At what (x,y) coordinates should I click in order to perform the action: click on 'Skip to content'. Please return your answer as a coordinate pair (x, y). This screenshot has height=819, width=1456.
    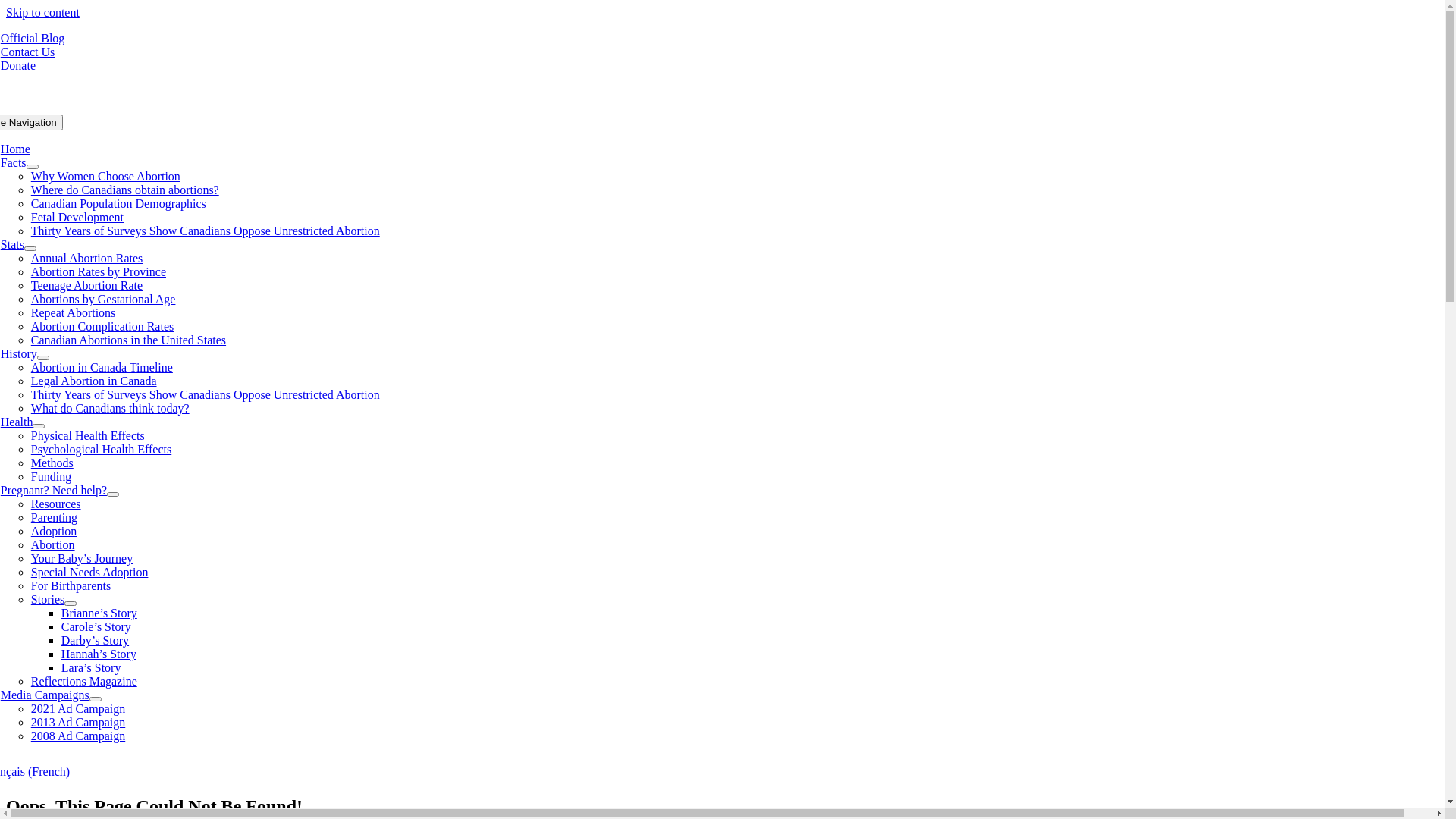
    Looking at the image, I should click on (42, 12).